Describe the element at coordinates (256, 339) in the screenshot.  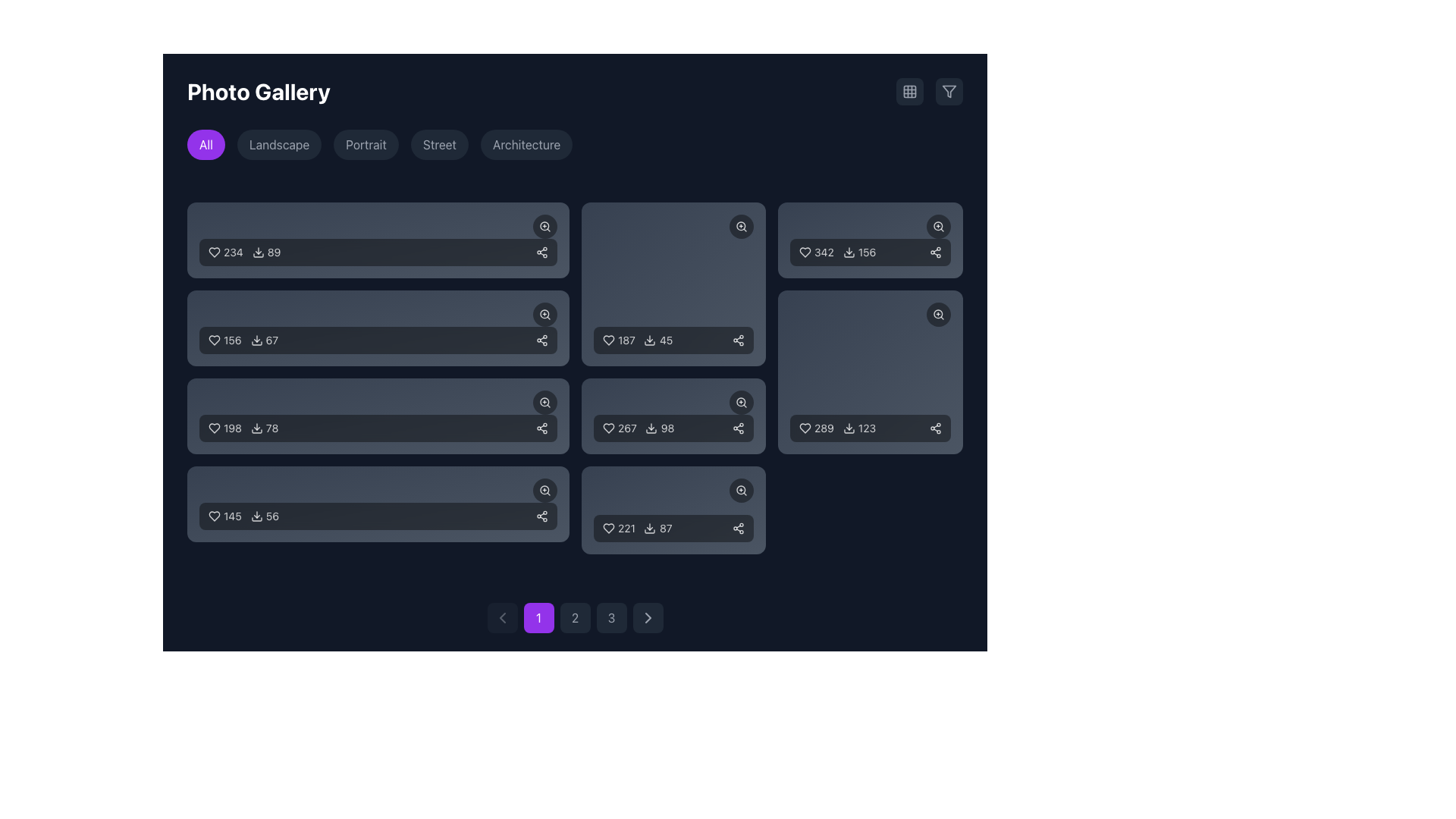
I see `the download icon located within the second card of the gallery layout, positioned to the right of the heart icon and just before the text block displaying '67'` at that location.